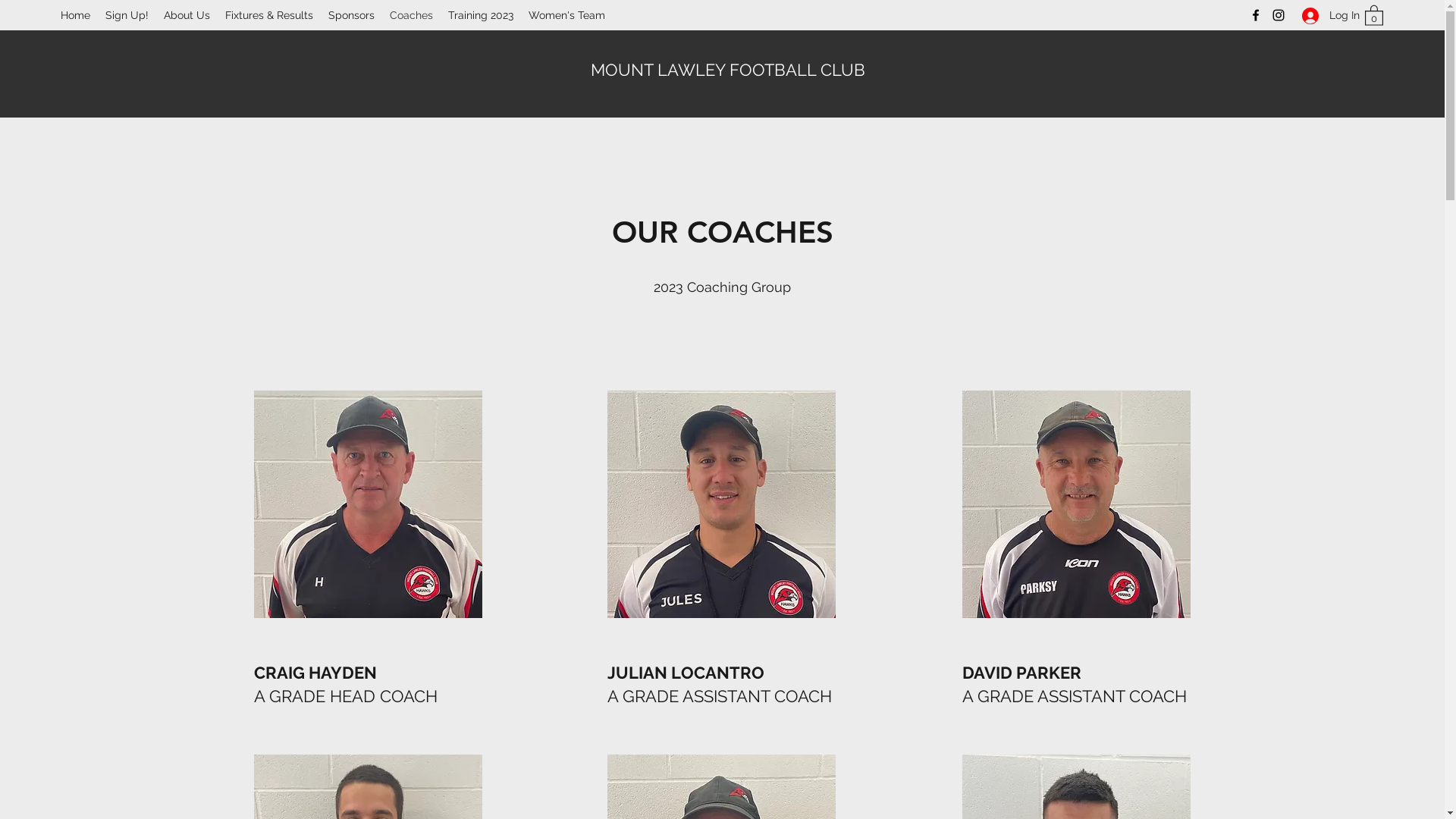 The width and height of the screenshot is (1456, 819). What do you see at coordinates (186, 14) in the screenshot?
I see `'About Us'` at bounding box center [186, 14].